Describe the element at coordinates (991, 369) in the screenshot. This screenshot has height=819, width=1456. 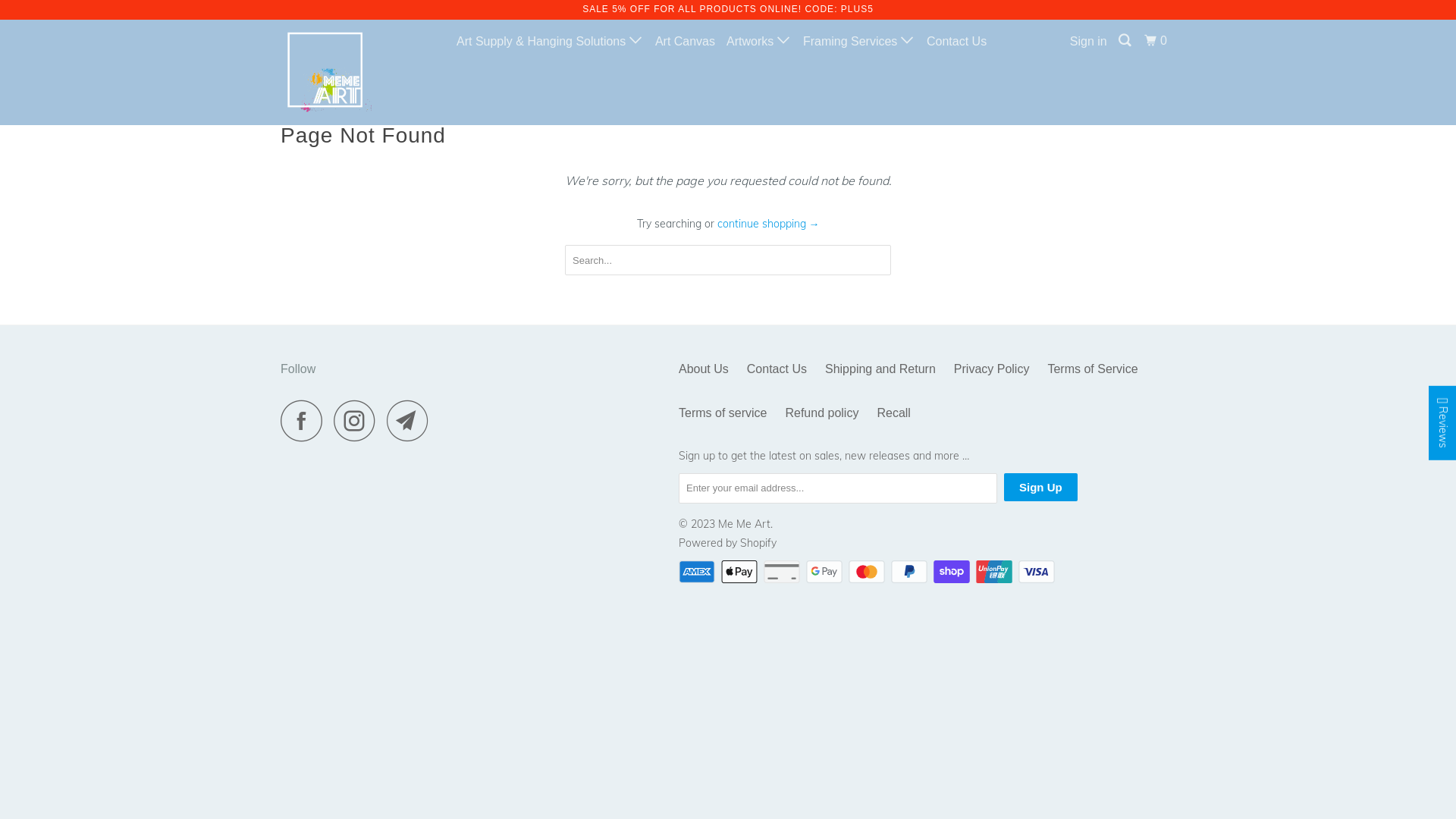
I see `'Privacy Policy'` at that location.